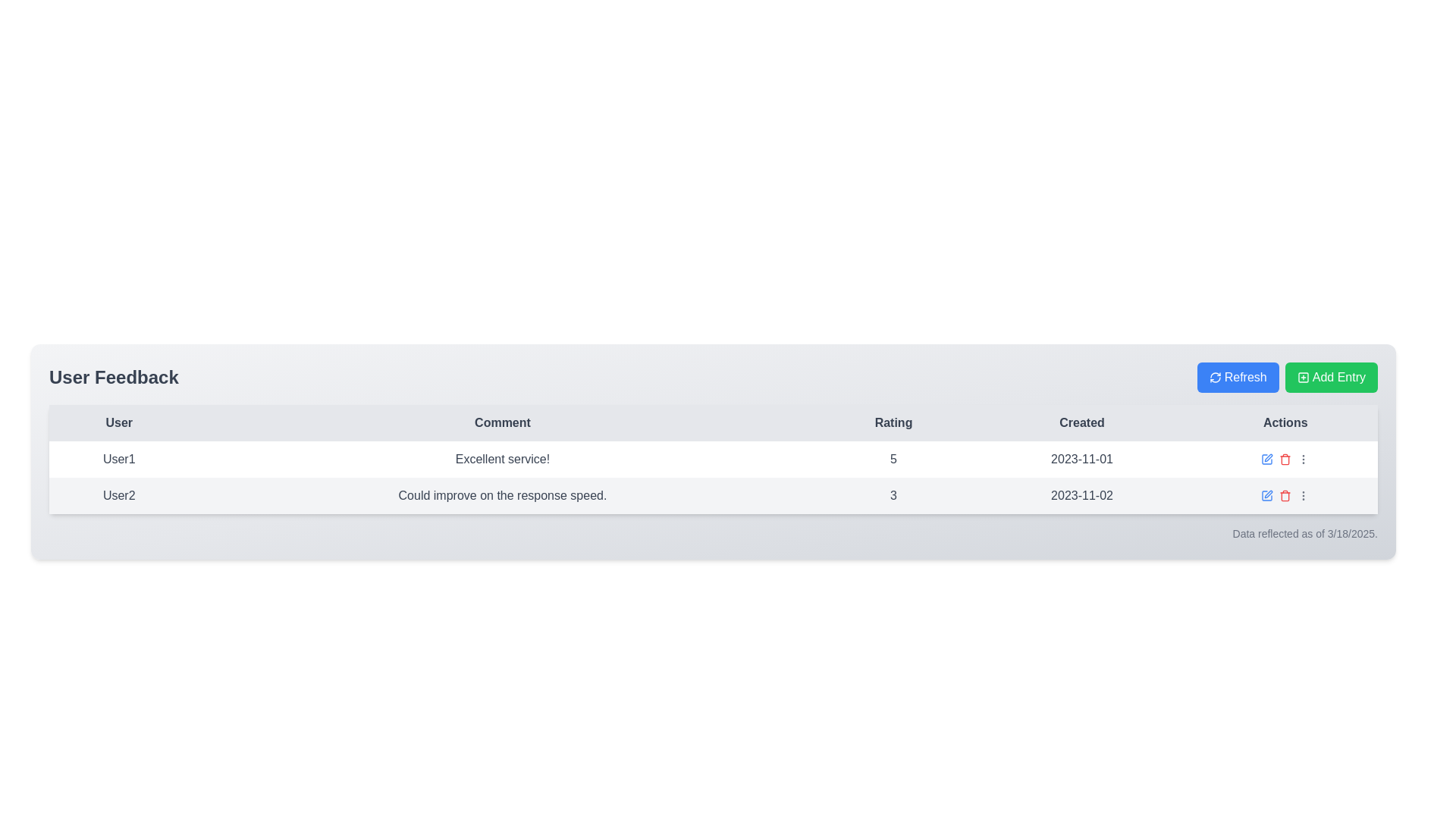  What do you see at coordinates (1267, 496) in the screenshot?
I see `the edit button icon, which is a small blue square with a pen, located on the right side of 'User2' in the 'Actions' column of the table, to initiate editing` at bounding box center [1267, 496].